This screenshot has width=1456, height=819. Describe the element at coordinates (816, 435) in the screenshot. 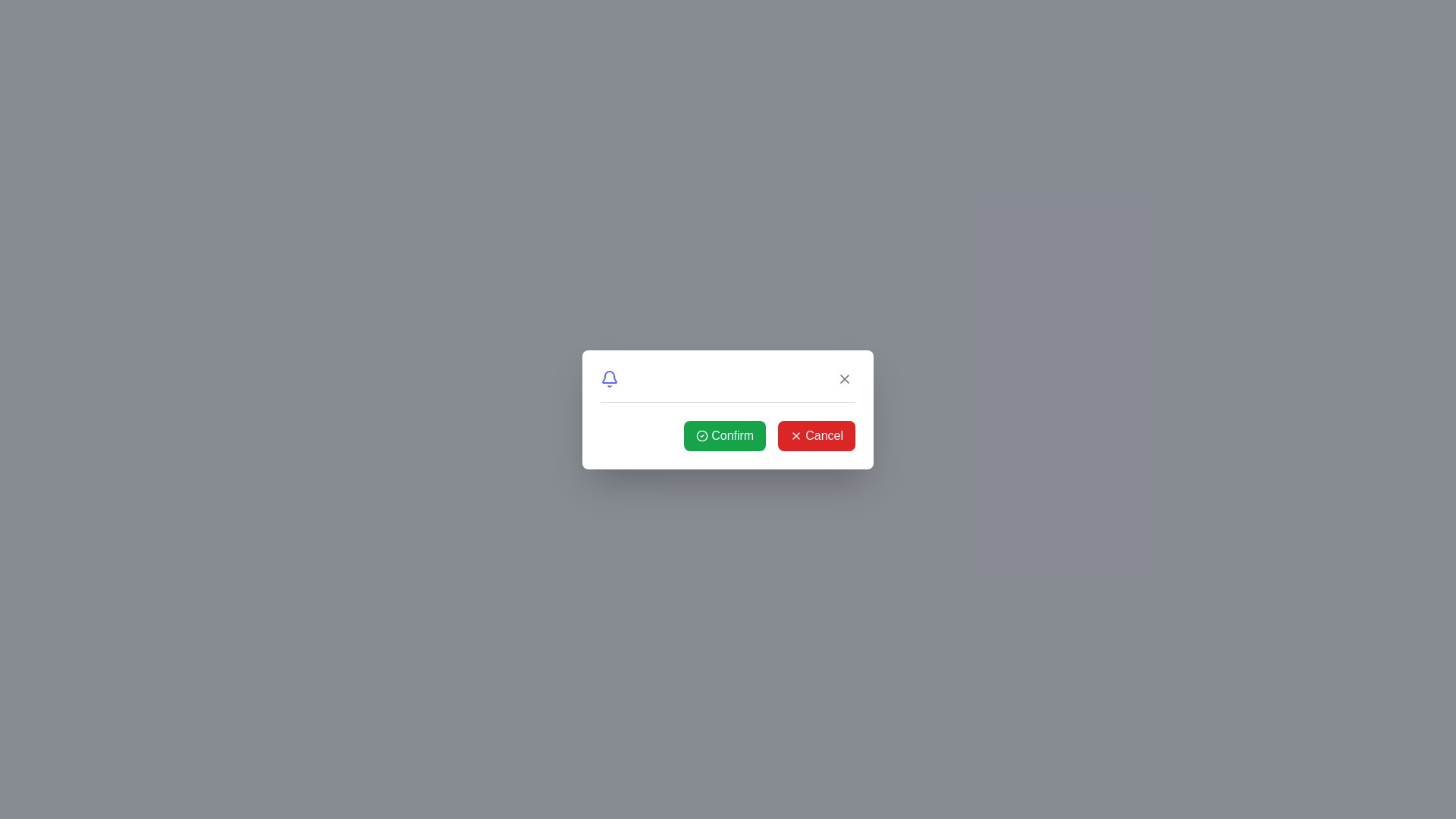

I see `the 'Cancel' button located at the bottom-right section of the modal` at that location.